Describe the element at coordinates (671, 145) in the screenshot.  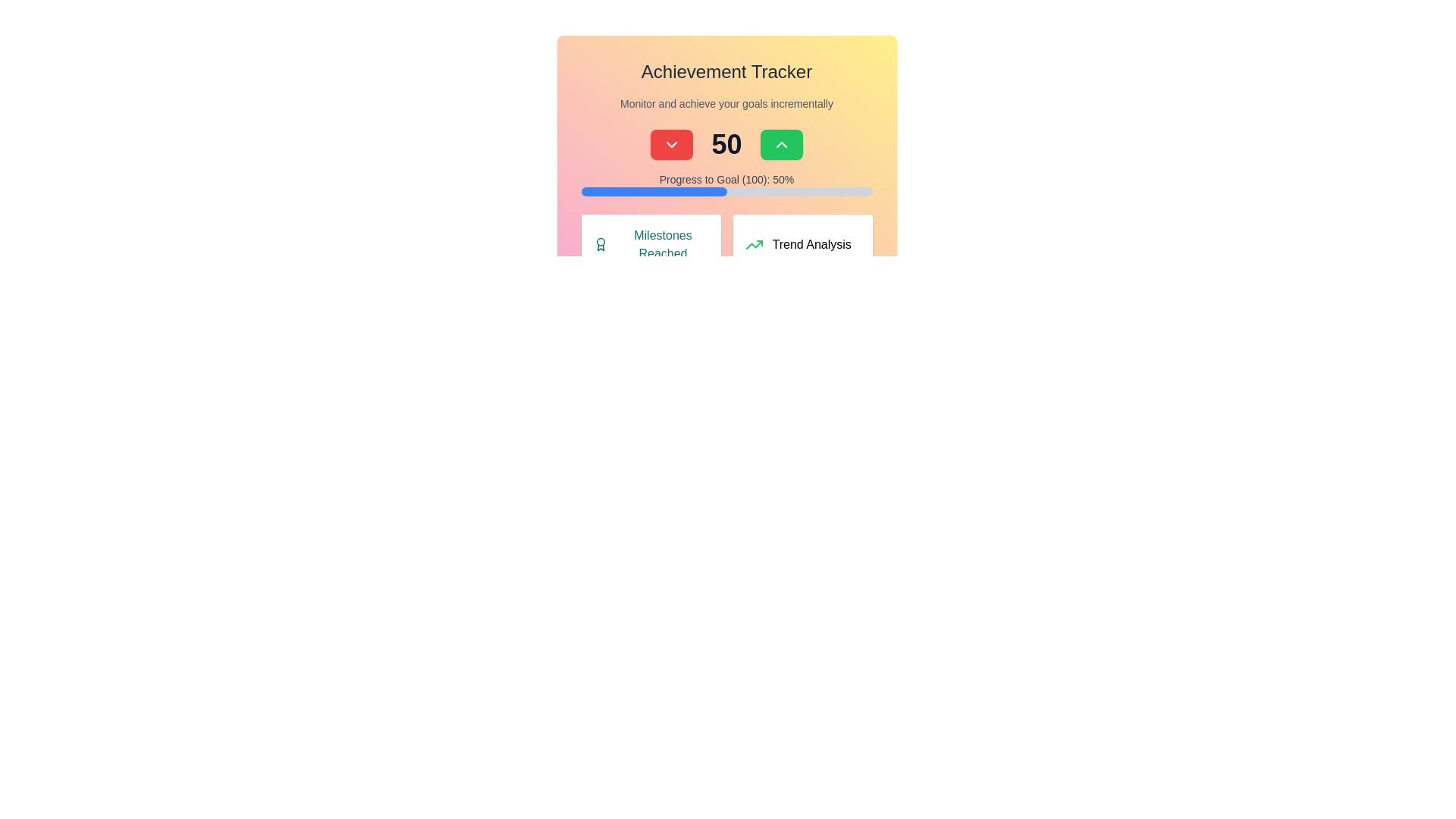
I see `the rectangular button with a red background and a downward arrow icon, located to the left of the numerical '50'` at that location.